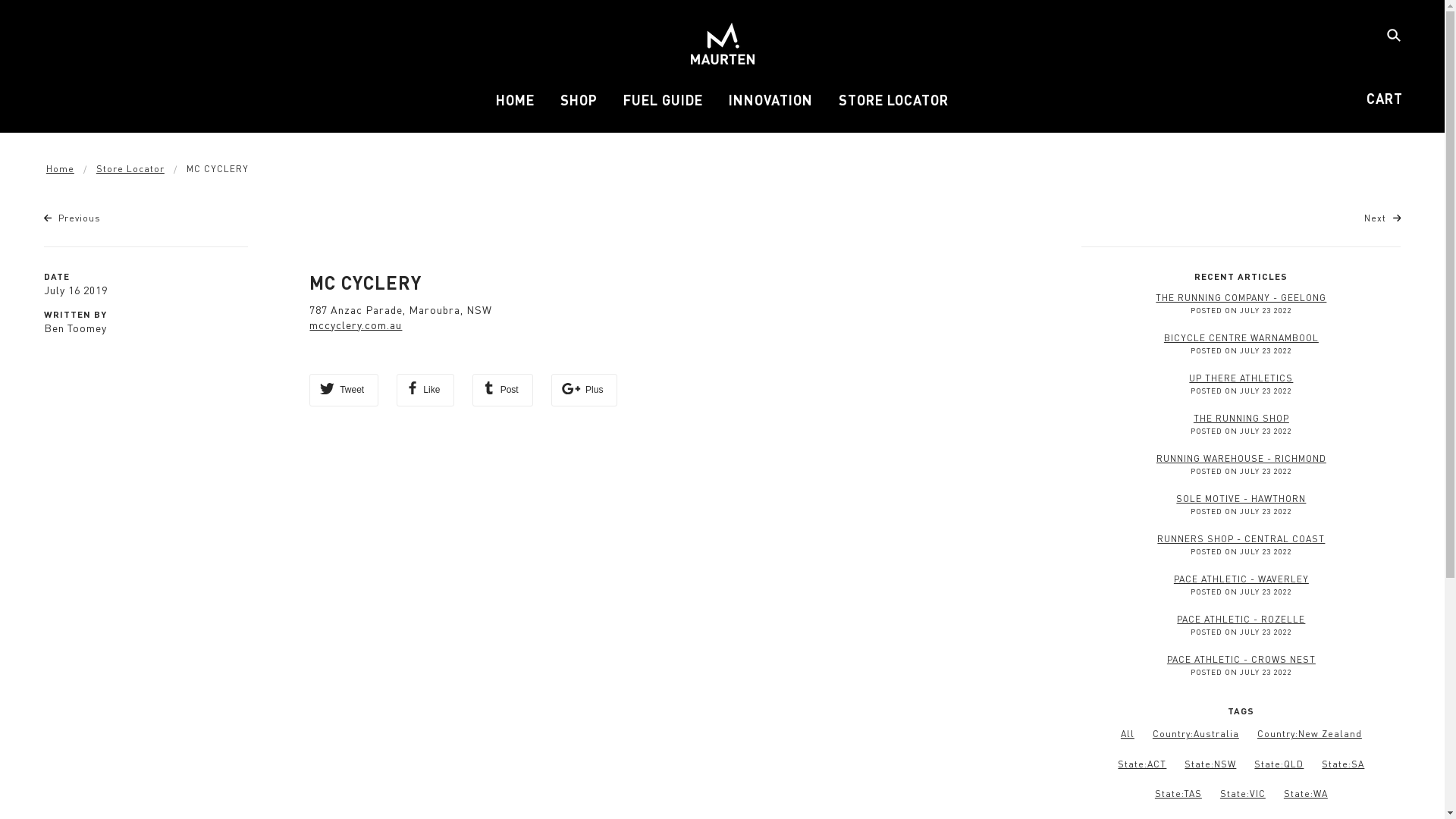  Describe the element at coordinates (1254, 764) in the screenshot. I see `'State:QLD'` at that location.